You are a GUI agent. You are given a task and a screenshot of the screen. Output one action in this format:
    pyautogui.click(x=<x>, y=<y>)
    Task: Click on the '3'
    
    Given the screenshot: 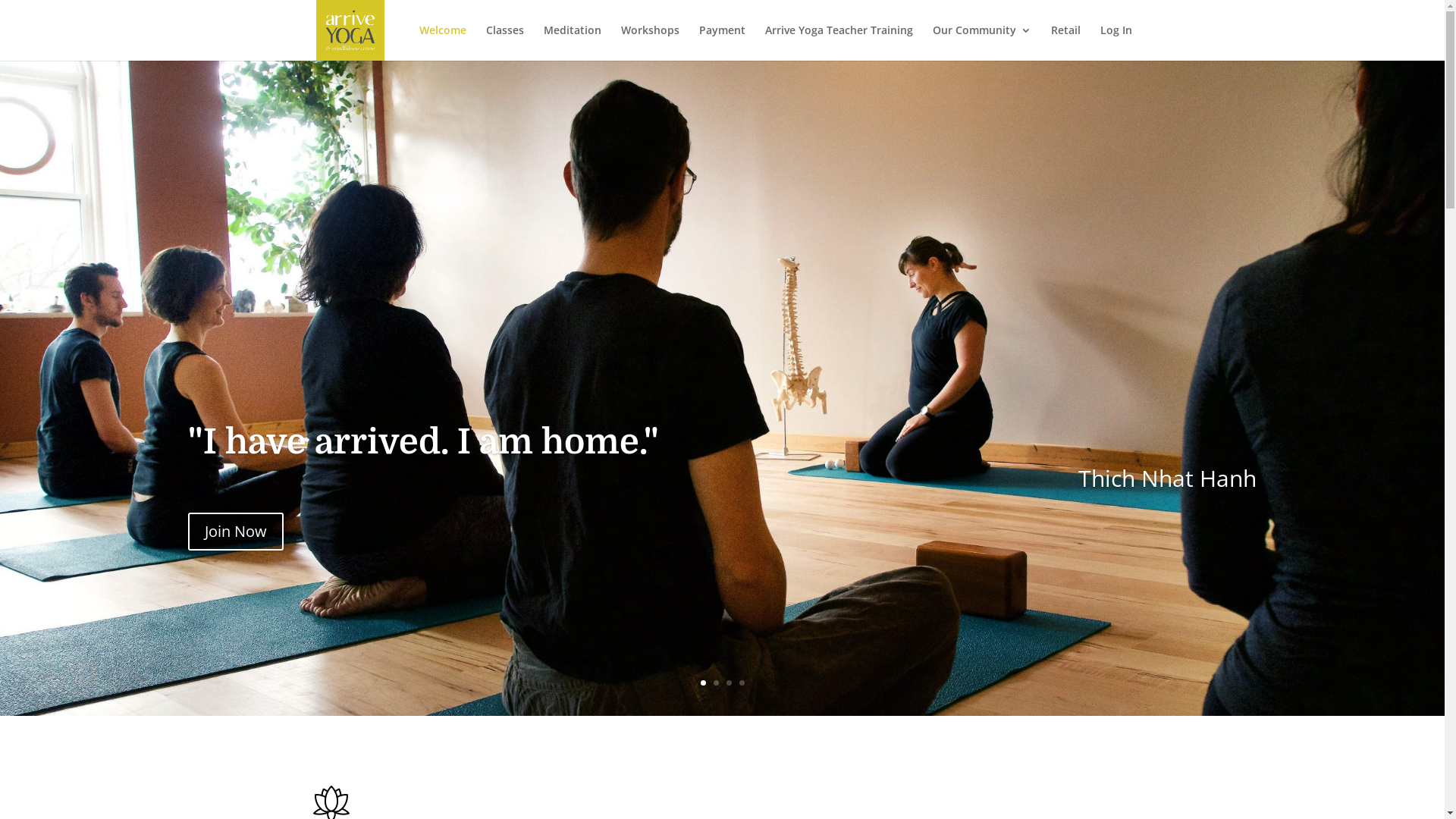 What is the action you would take?
    pyautogui.click(x=726, y=682)
    